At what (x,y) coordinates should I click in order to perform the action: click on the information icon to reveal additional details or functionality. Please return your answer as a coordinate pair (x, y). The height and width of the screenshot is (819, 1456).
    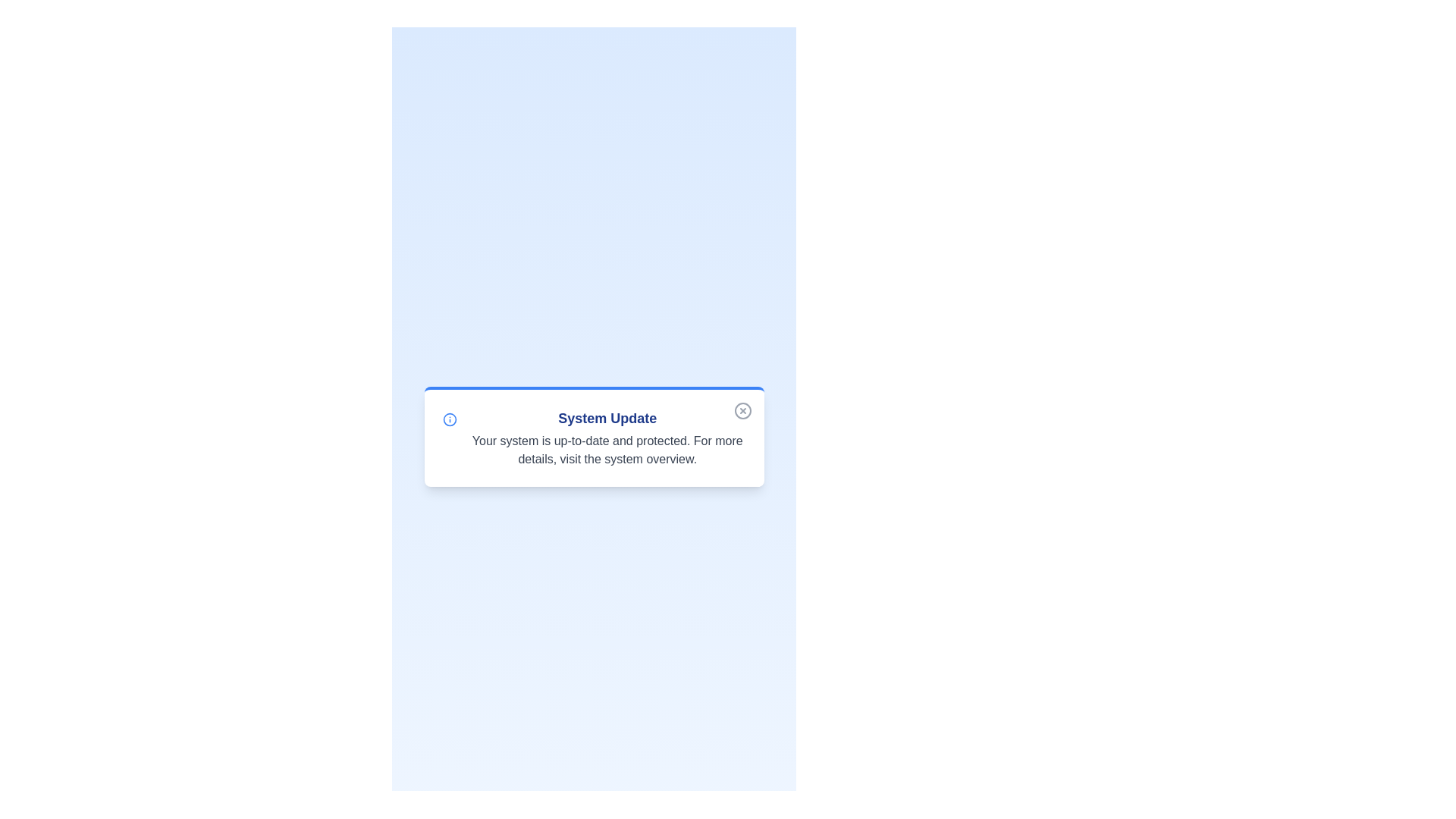
    Looking at the image, I should click on (449, 420).